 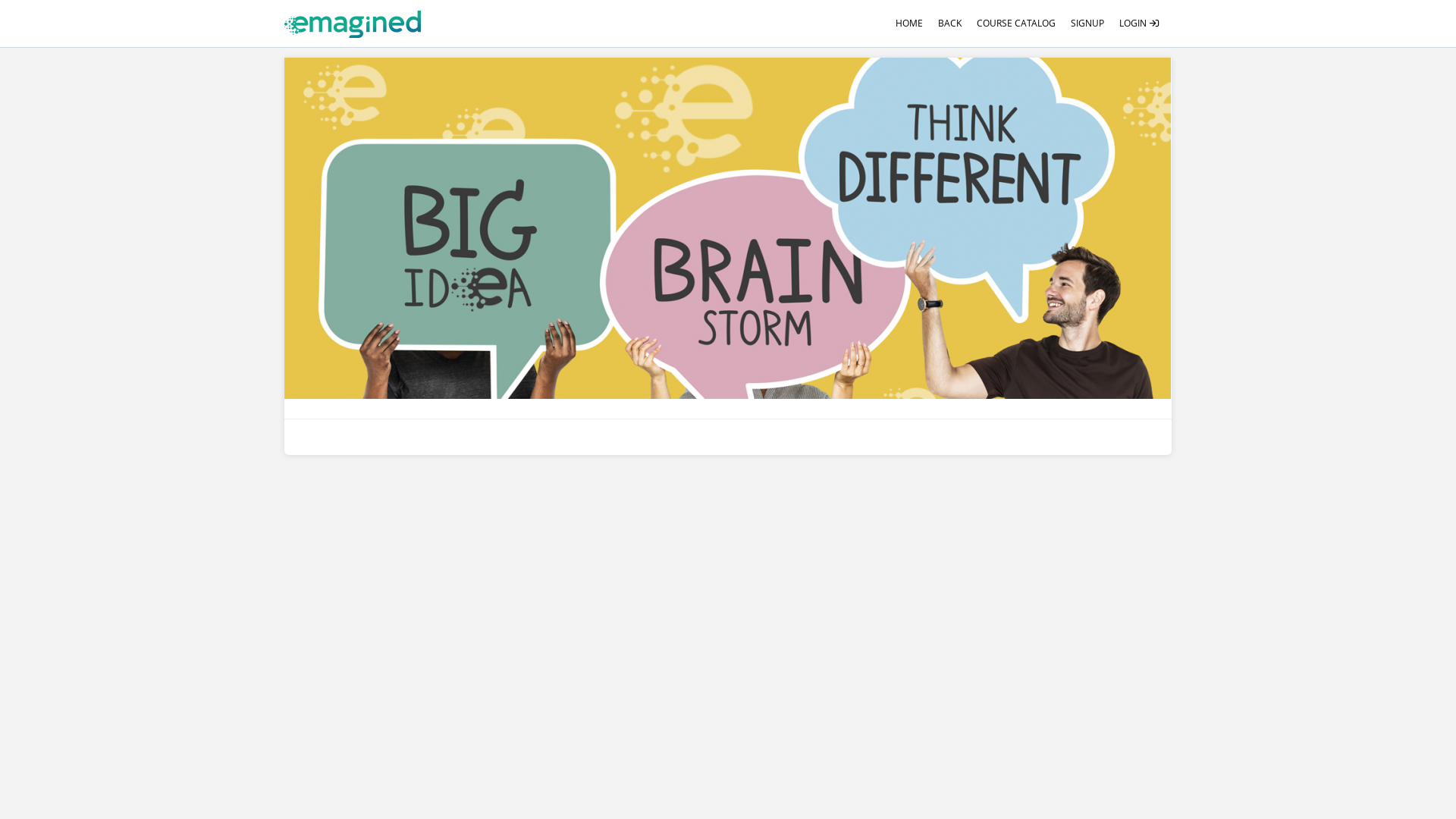 What do you see at coordinates (909, 23) in the screenshot?
I see `'HOME'` at bounding box center [909, 23].